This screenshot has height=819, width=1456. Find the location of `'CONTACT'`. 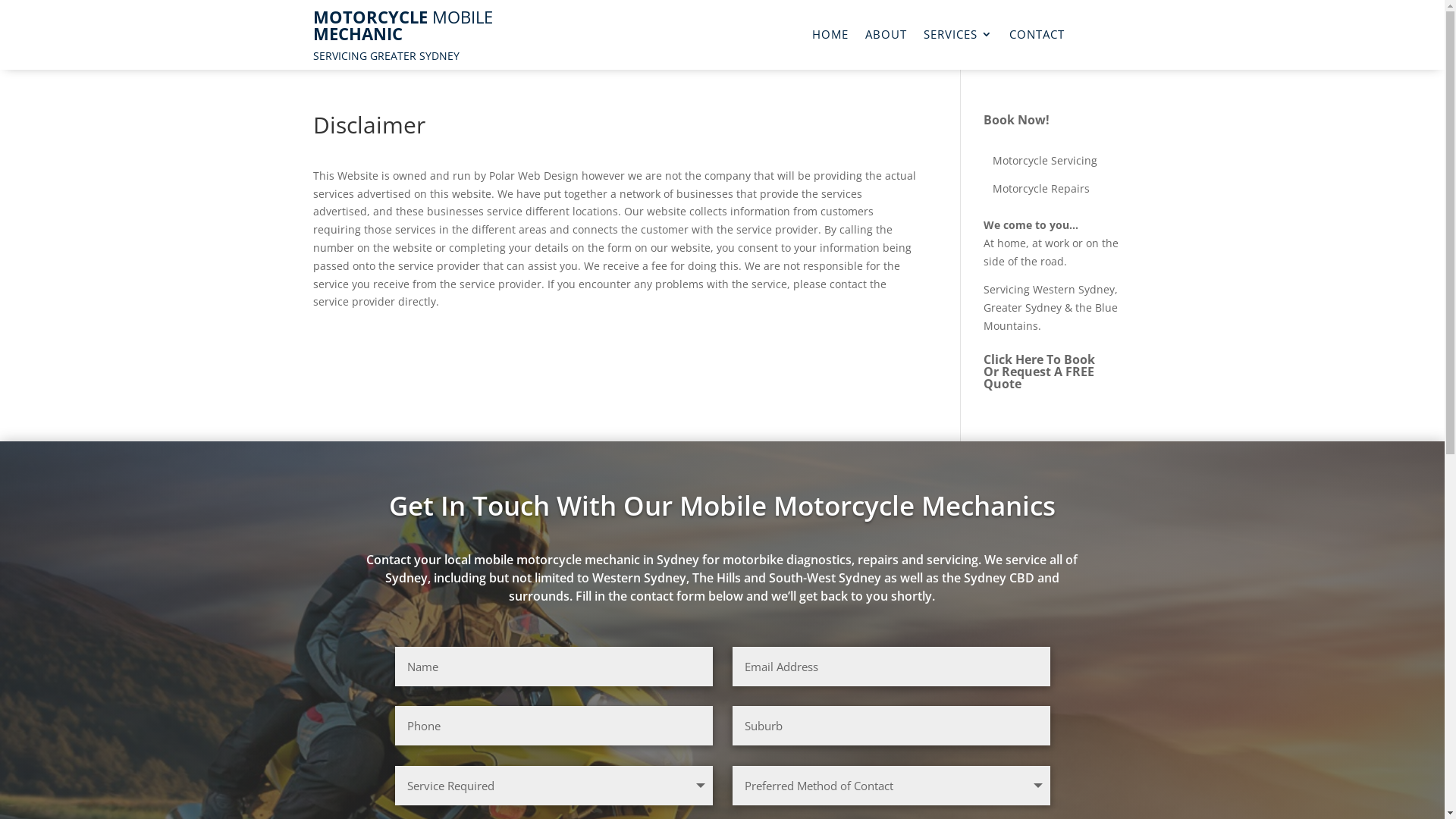

'CONTACT' is located at coordinates (1036, 36).